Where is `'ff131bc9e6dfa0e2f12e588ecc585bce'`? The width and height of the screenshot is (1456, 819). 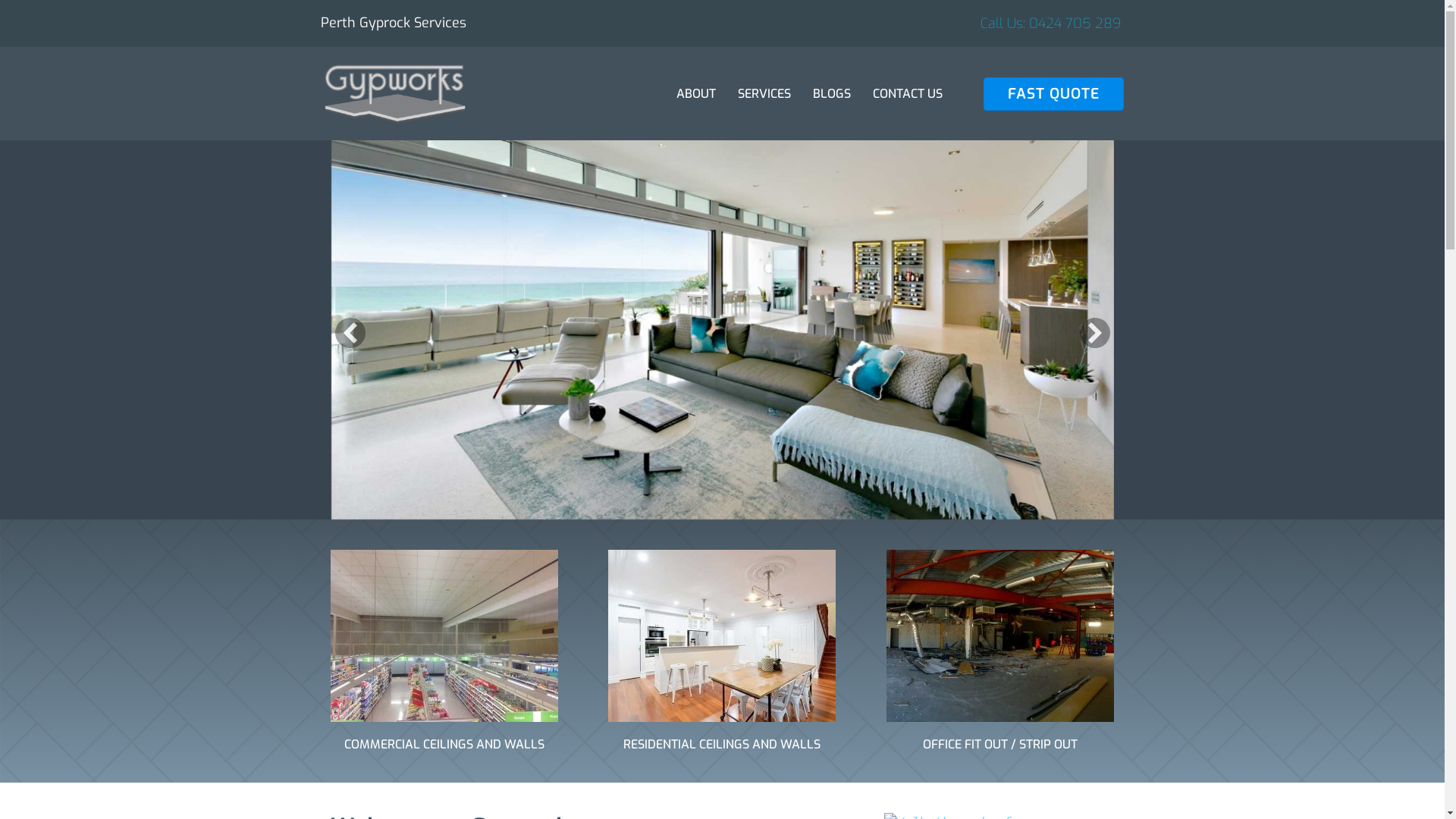
'ff131bc9e6dfa0e2f12e588ecc585bce' is located at coordinates (443, 635).